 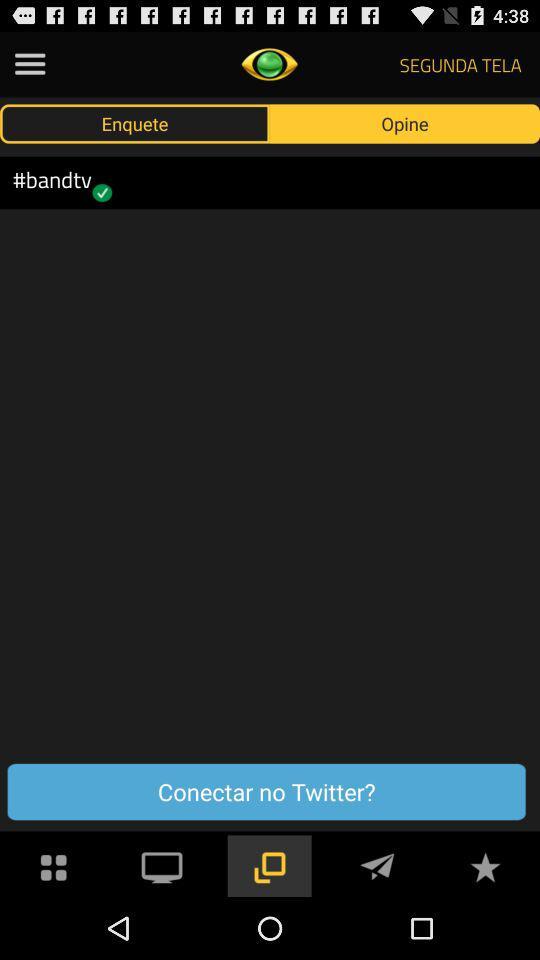 What do you see at coordinates (266, 792) in the screenshot?
I see `conectar no twitter? item` at bounding box center [266, 792].